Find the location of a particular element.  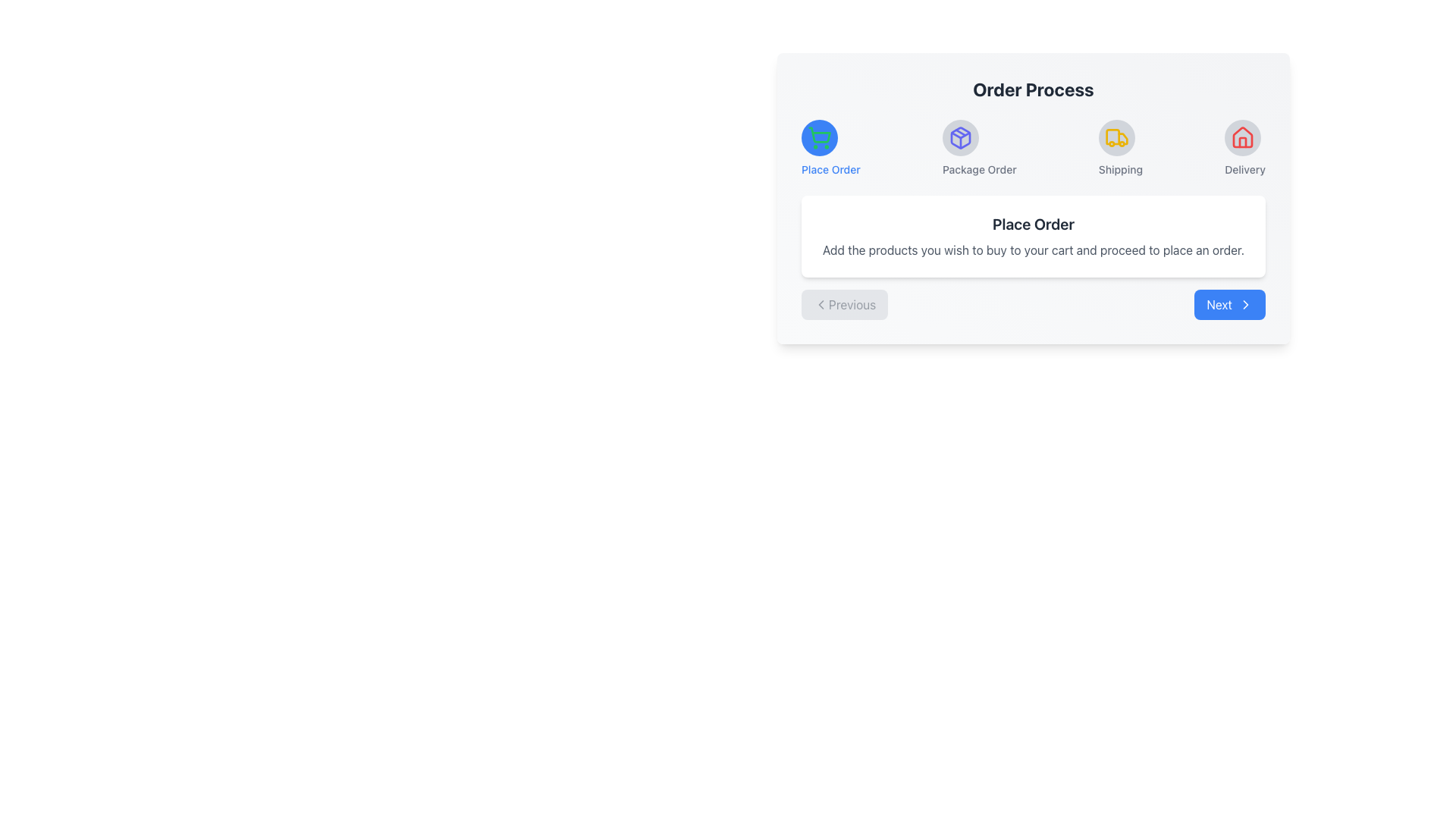

the 'Delivery' label with a red house icon in a gray circular background, positioned to the far right in the horizontal group of steps, if interactive behavior is enabled is located at coordinates (1245, 149).